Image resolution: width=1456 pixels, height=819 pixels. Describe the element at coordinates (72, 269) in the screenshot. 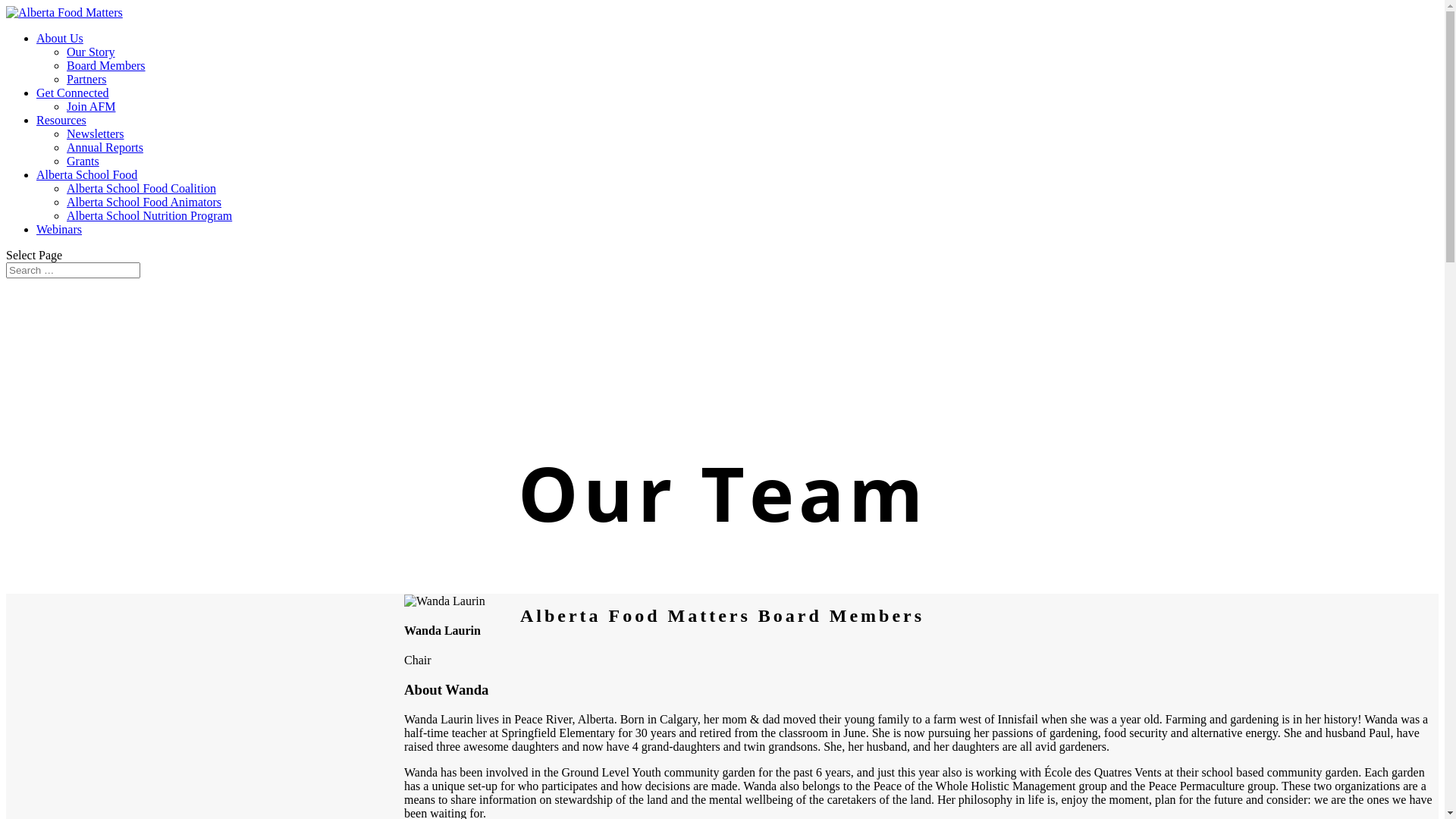

I see `'Search for:'` at that location.